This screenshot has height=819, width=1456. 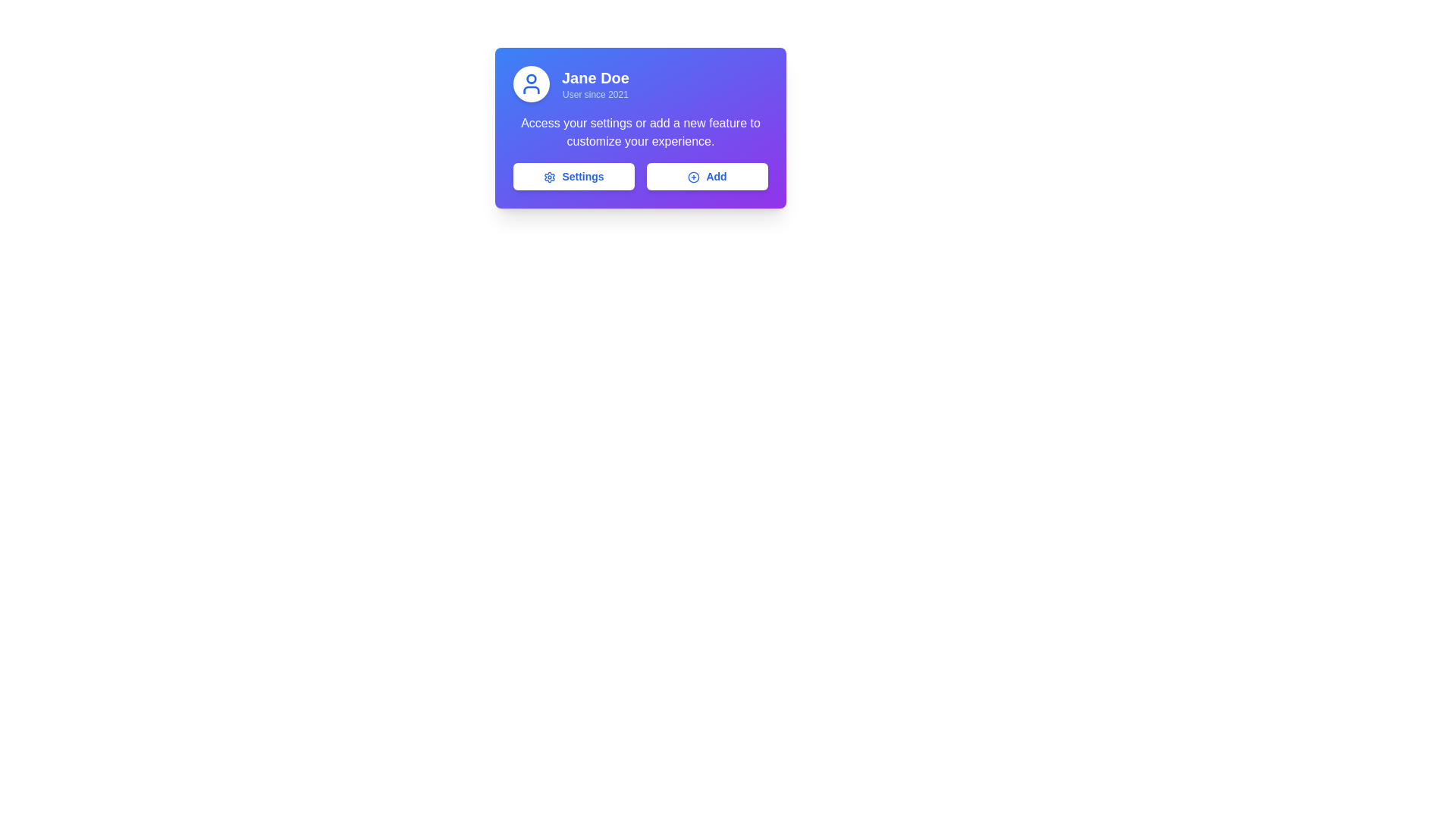 What do you see at coordinates (640, 175) in the screenshot?
I see `the vertical Divider located between the 'Settings' button and the 'Add' button` at bounding box center [640, 175].